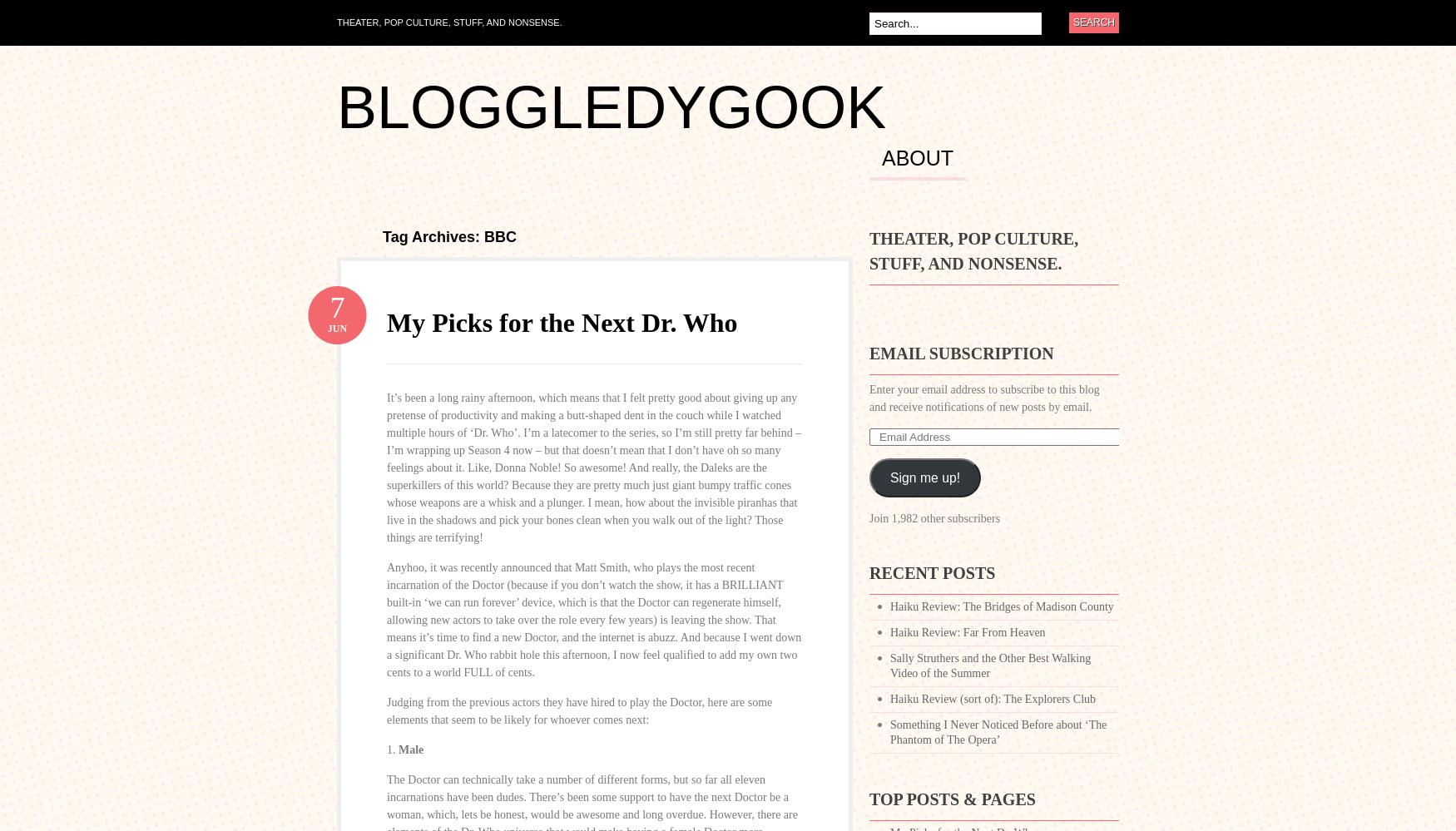  Describe the element at coordinates (960, 352) in the screenshot. I see `'Email Subscription'` at that location.